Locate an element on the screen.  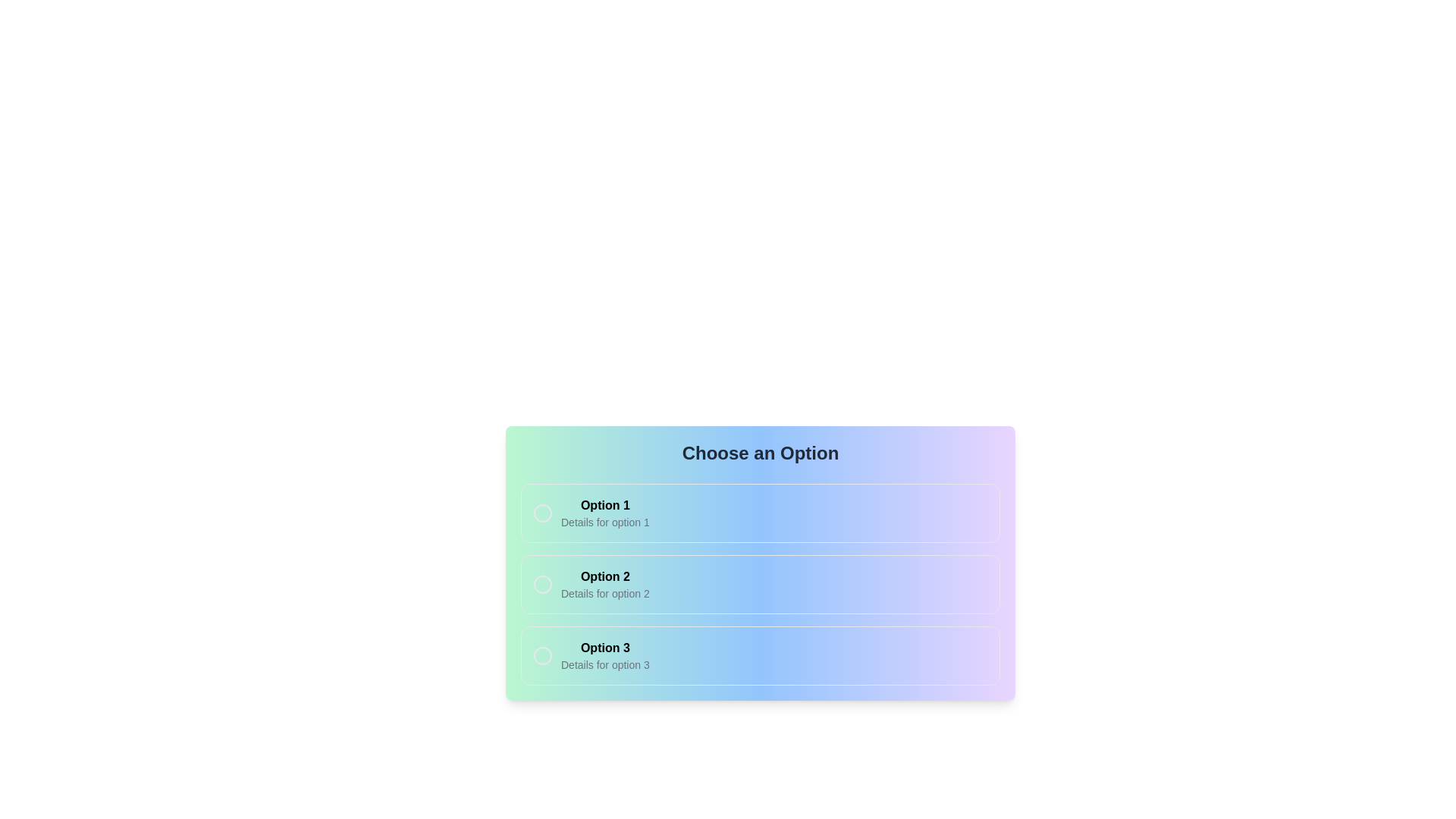
the text label displaying 'Option 3' with the description 'Details for option 3' in the third selectable option block is located at coordinates (604, 654).